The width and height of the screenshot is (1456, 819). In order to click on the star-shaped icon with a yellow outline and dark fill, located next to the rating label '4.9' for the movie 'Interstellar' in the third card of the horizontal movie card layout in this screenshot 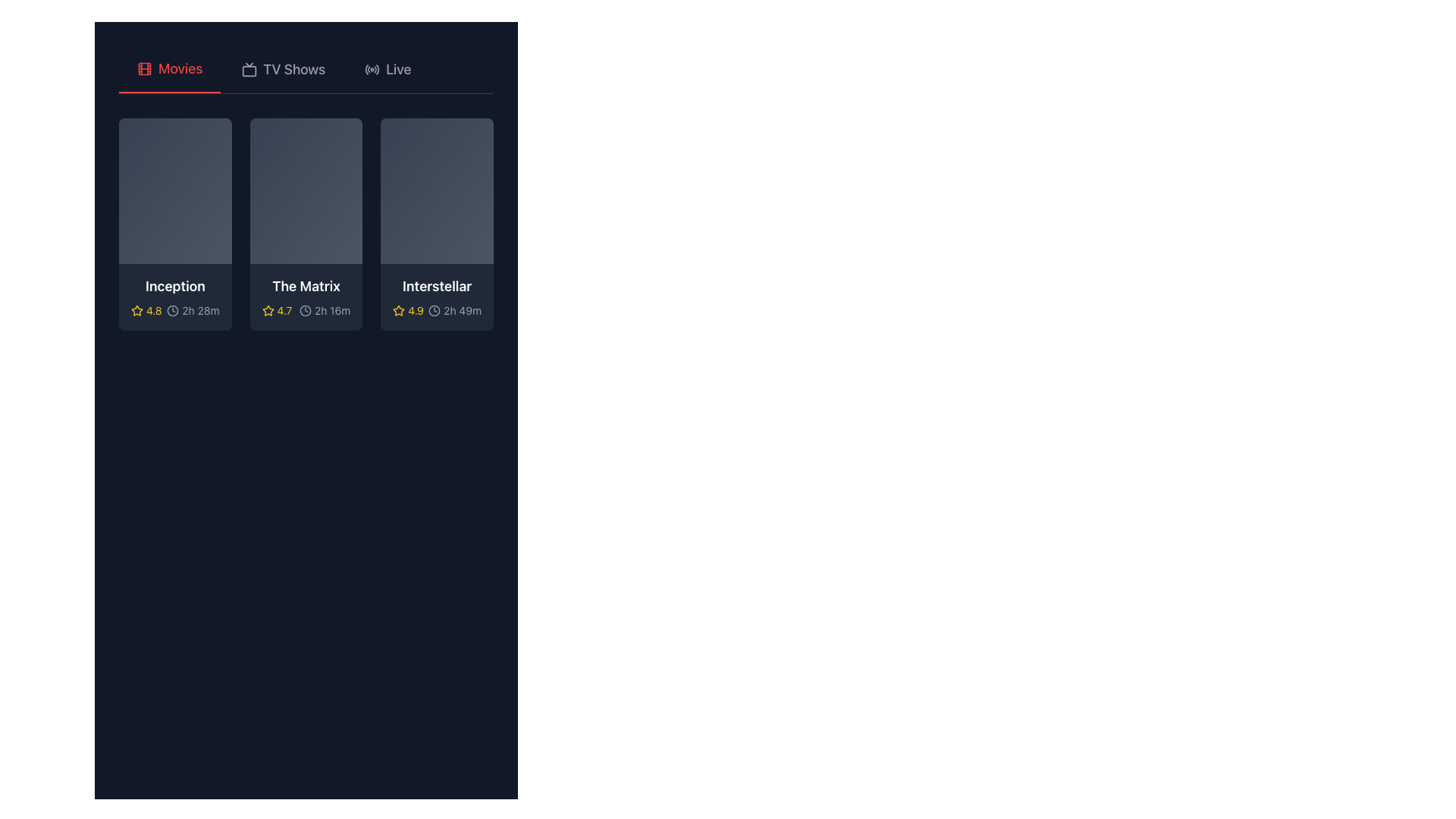, I will do `click(399, 309)`.